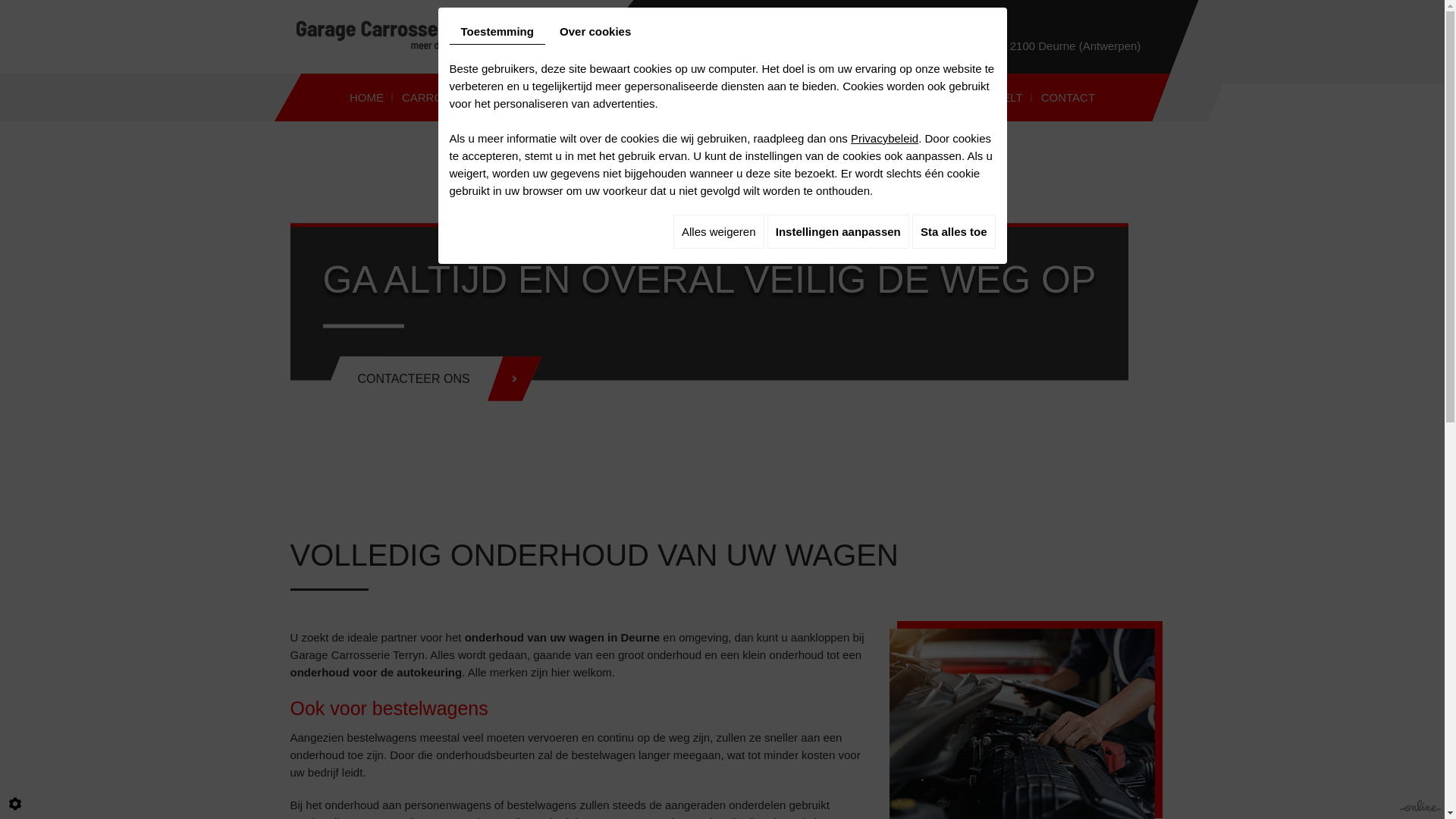 The width and height of the screenshot is (1456, 819). Describe the element at coordinates (442, 97) in the screenshot. I see `'CARROSSERIE'` at that location.